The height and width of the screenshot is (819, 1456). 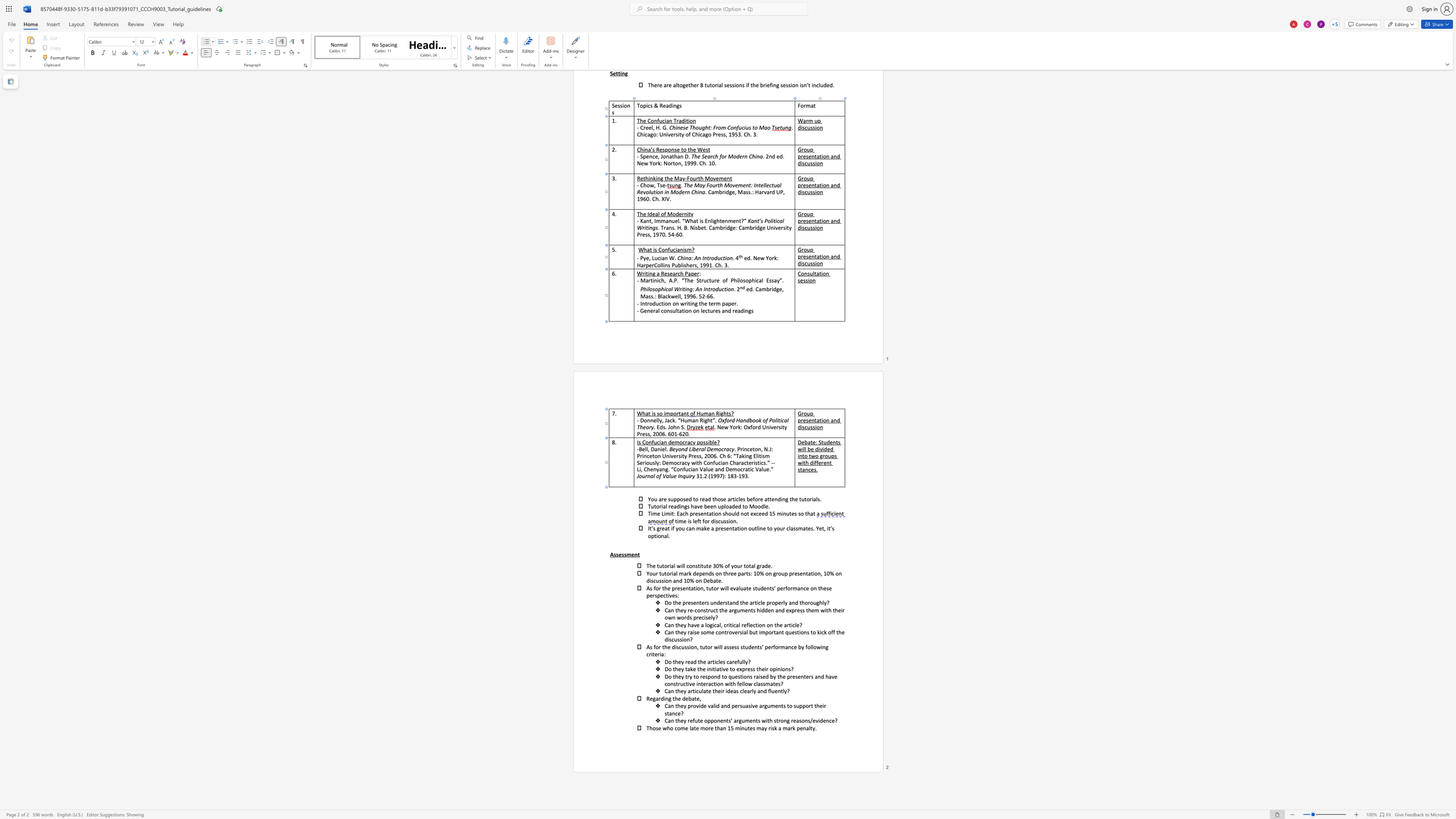 What do you see at coordinates (761, 705) in the screenshot?
I see `the space between the continuous character "a" and "r" in the text` at bounding box center [761, 705].